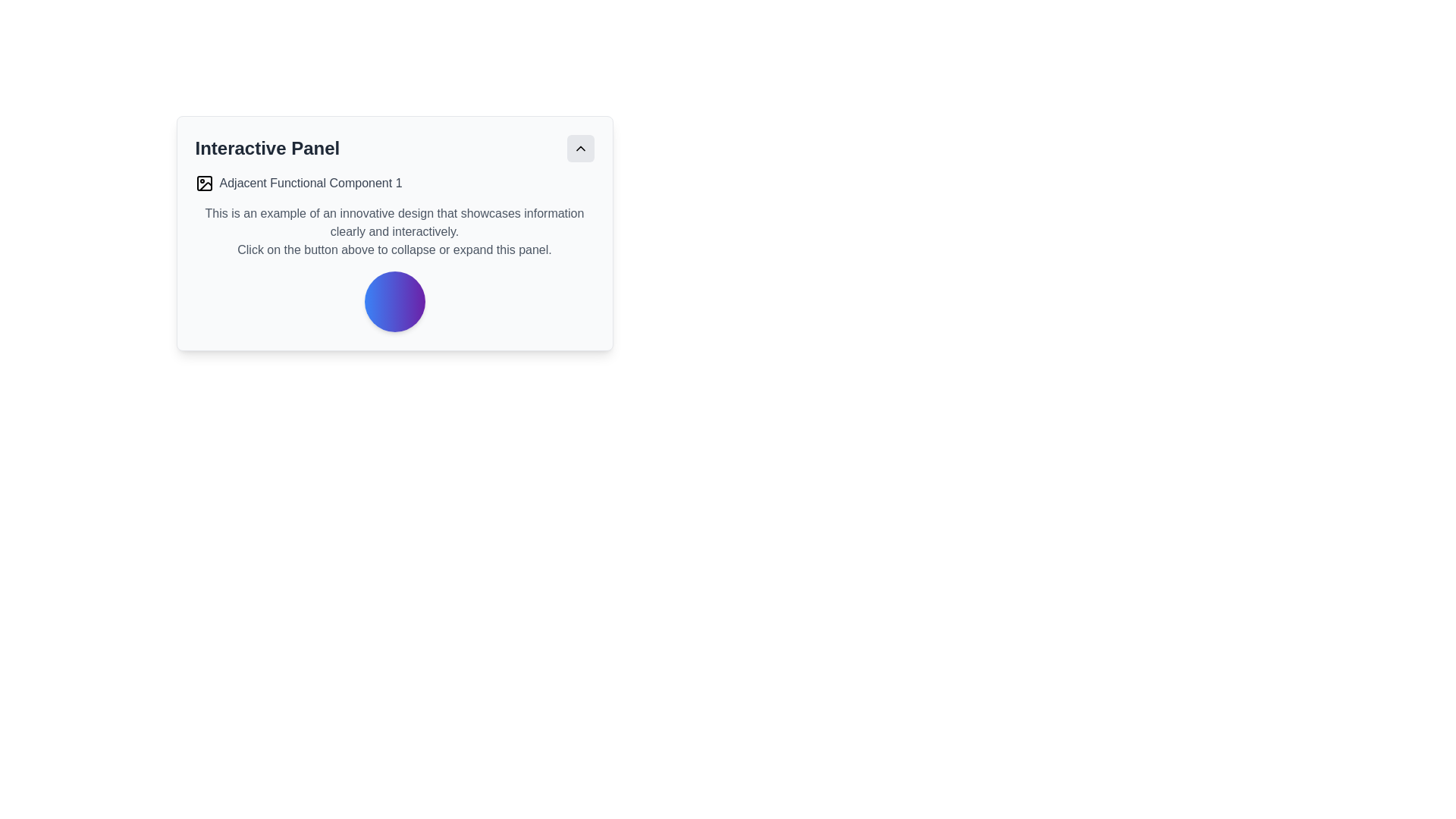 The image size is (1456, 819). What do you see at coordinates (394, 183) in the screenshot?
I see `the Label with Icon located near the top of the panel, just below the header labeled 'Interactive Panel'. This element serves as an identifier for its section of the UI` at bounding box center [394, 183].